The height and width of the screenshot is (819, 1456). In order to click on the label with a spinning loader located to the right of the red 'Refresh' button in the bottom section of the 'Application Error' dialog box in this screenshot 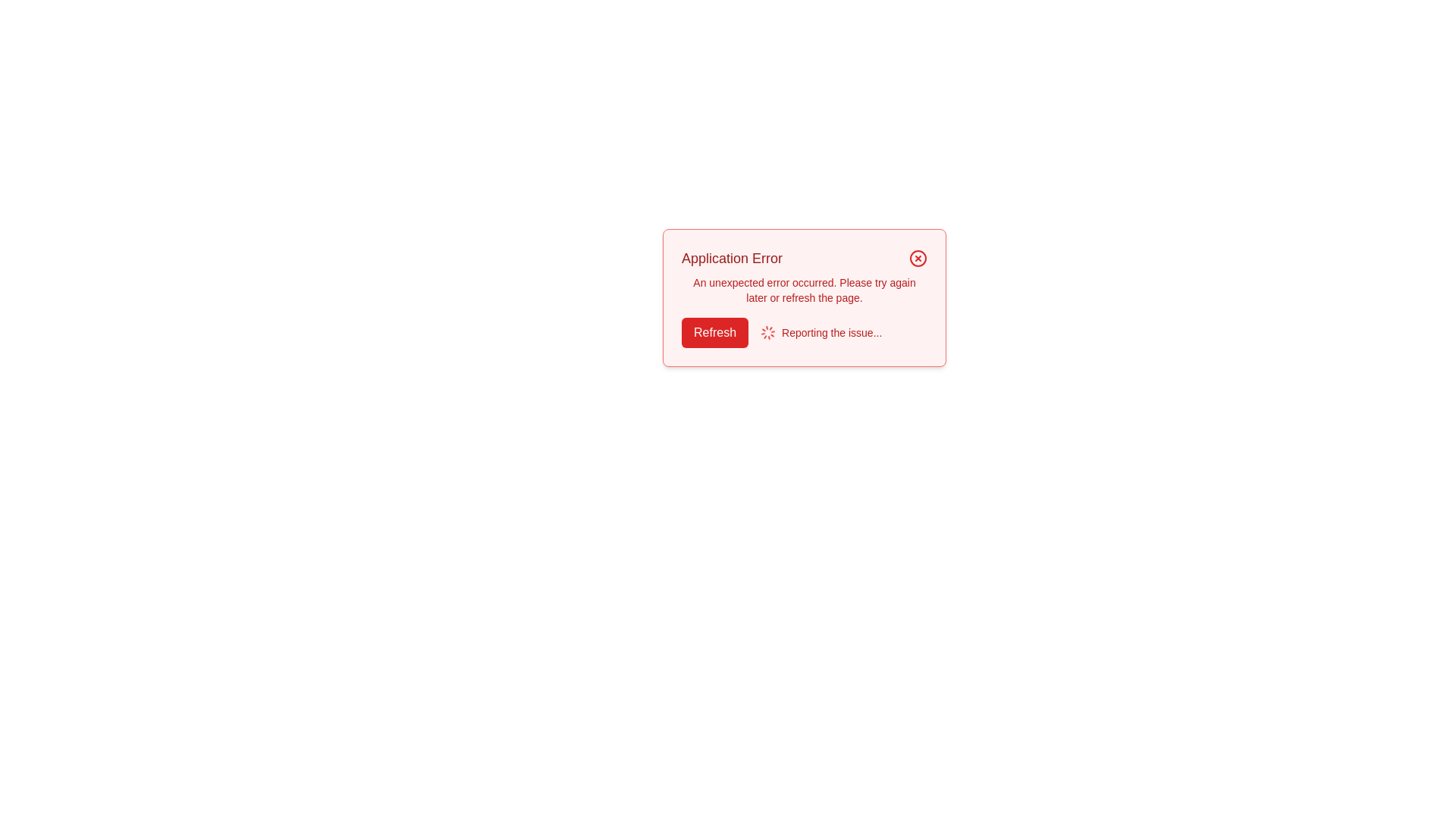, I will do `click(821, 332)`.